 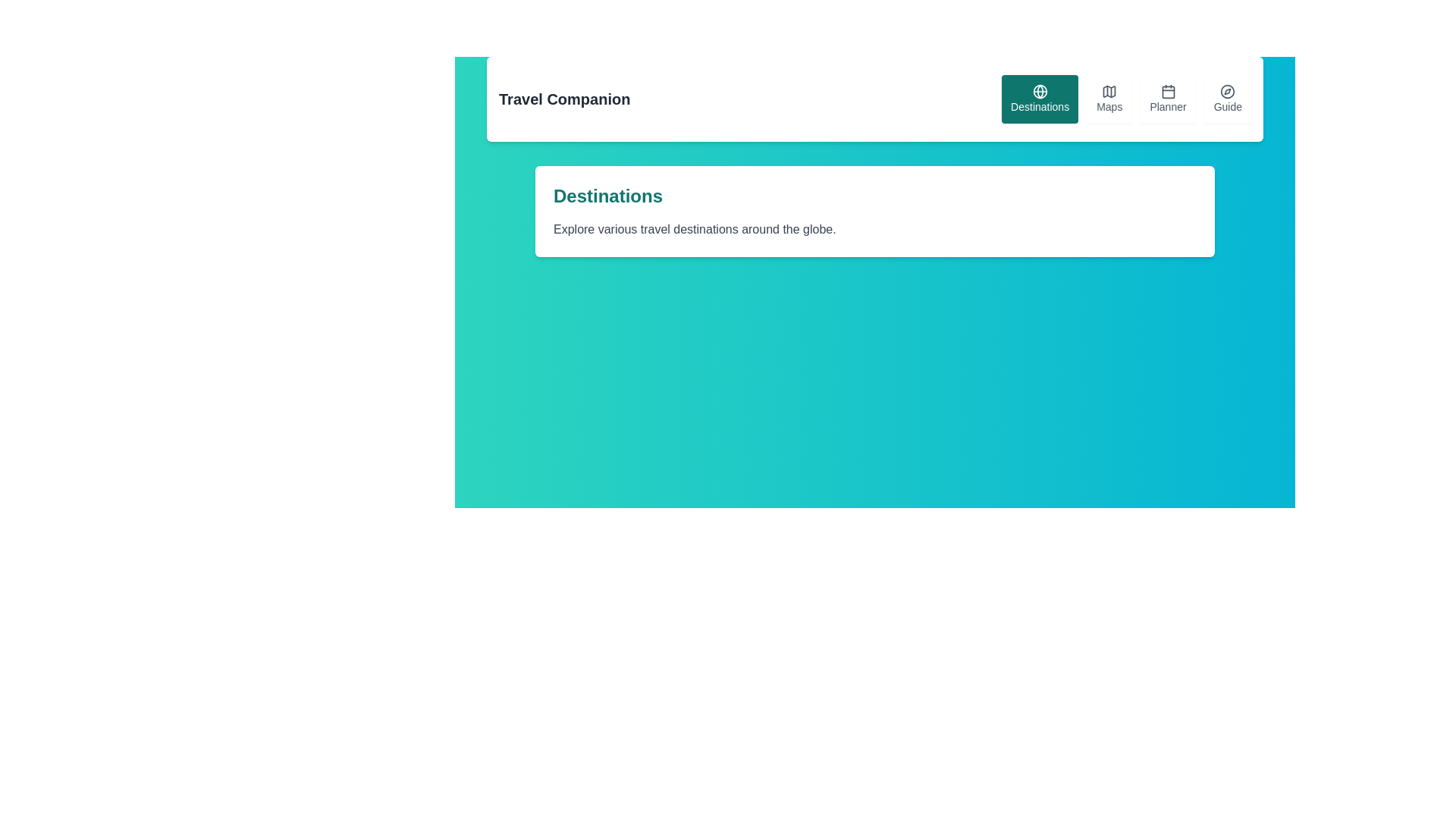 I want to click on the 'Destinations' button, so click(x=1039, y=99).